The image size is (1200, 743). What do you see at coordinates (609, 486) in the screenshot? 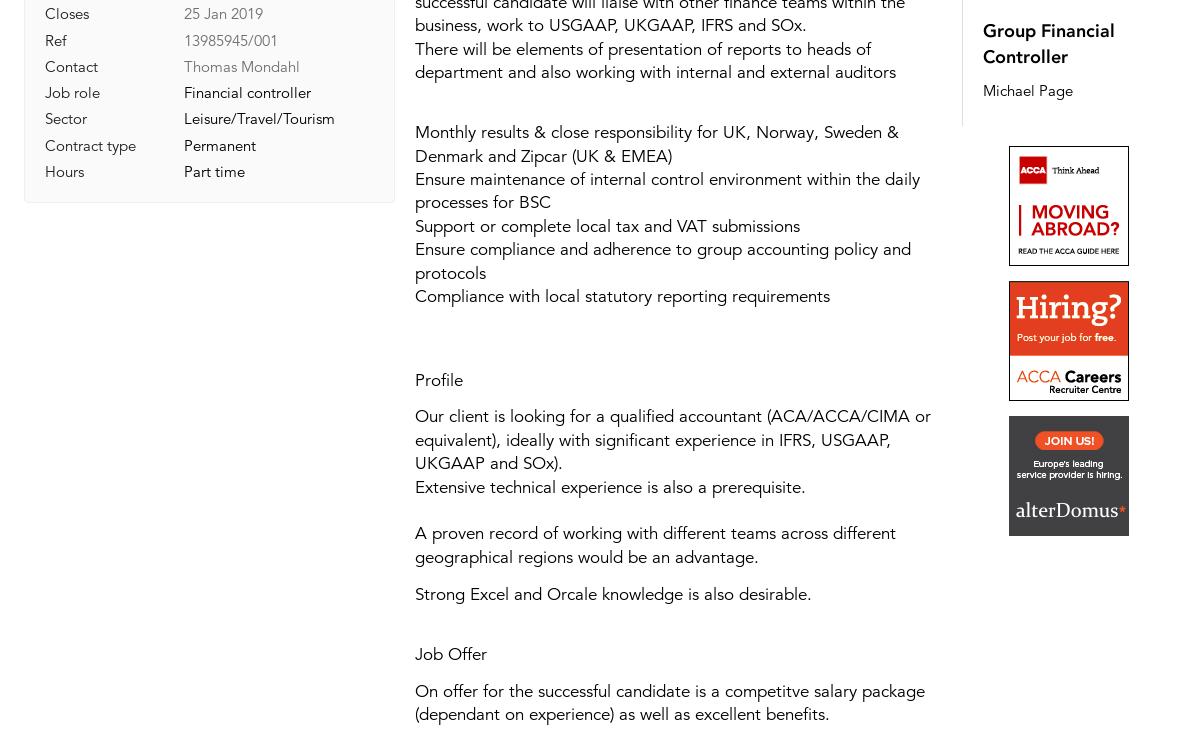
I see `'Extensive technical experience is also a prerequisite.'` at bounding box center [609, 486].